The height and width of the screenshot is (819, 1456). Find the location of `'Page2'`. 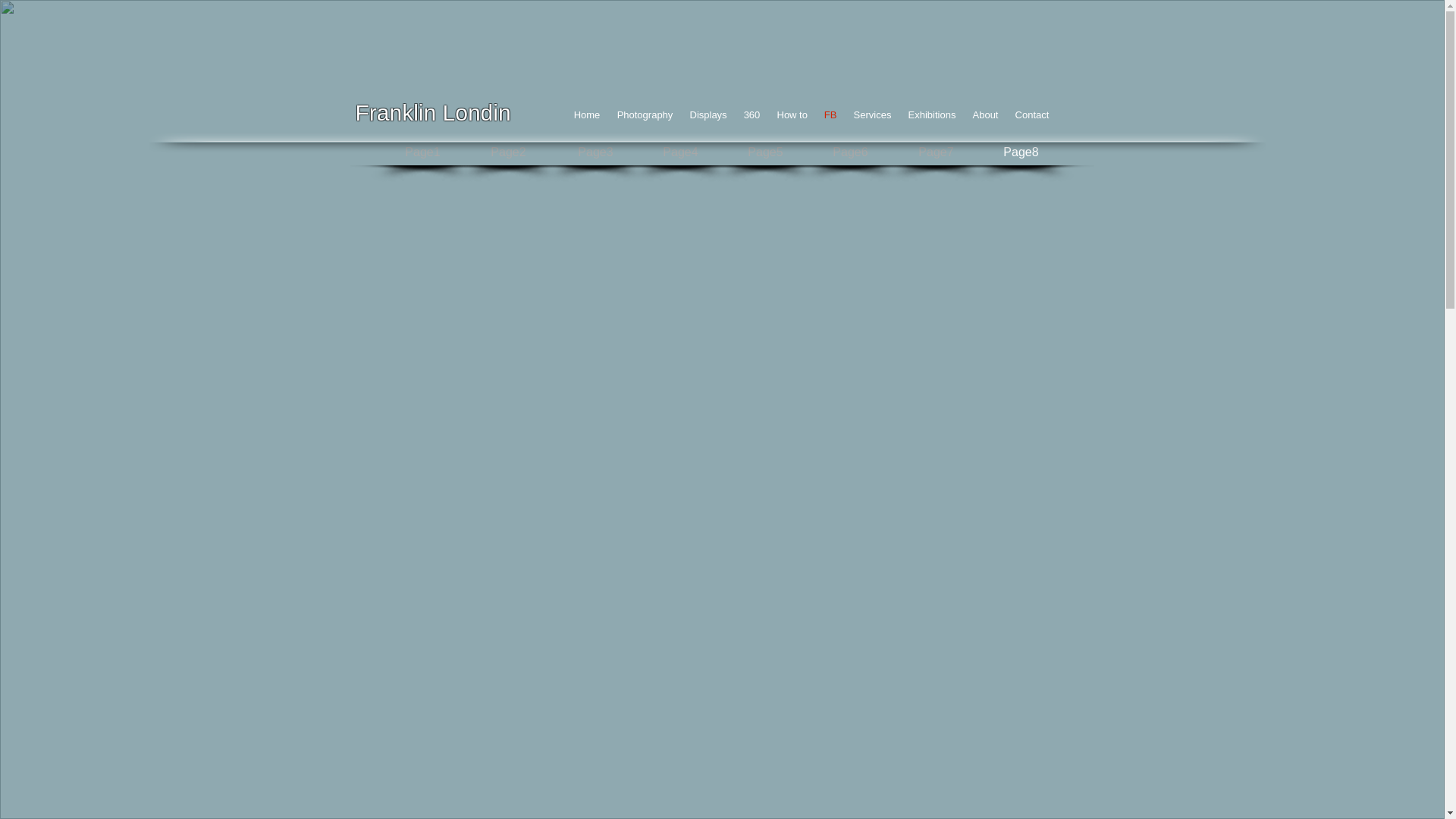

'Page2' is located at coordinates (509, 152).